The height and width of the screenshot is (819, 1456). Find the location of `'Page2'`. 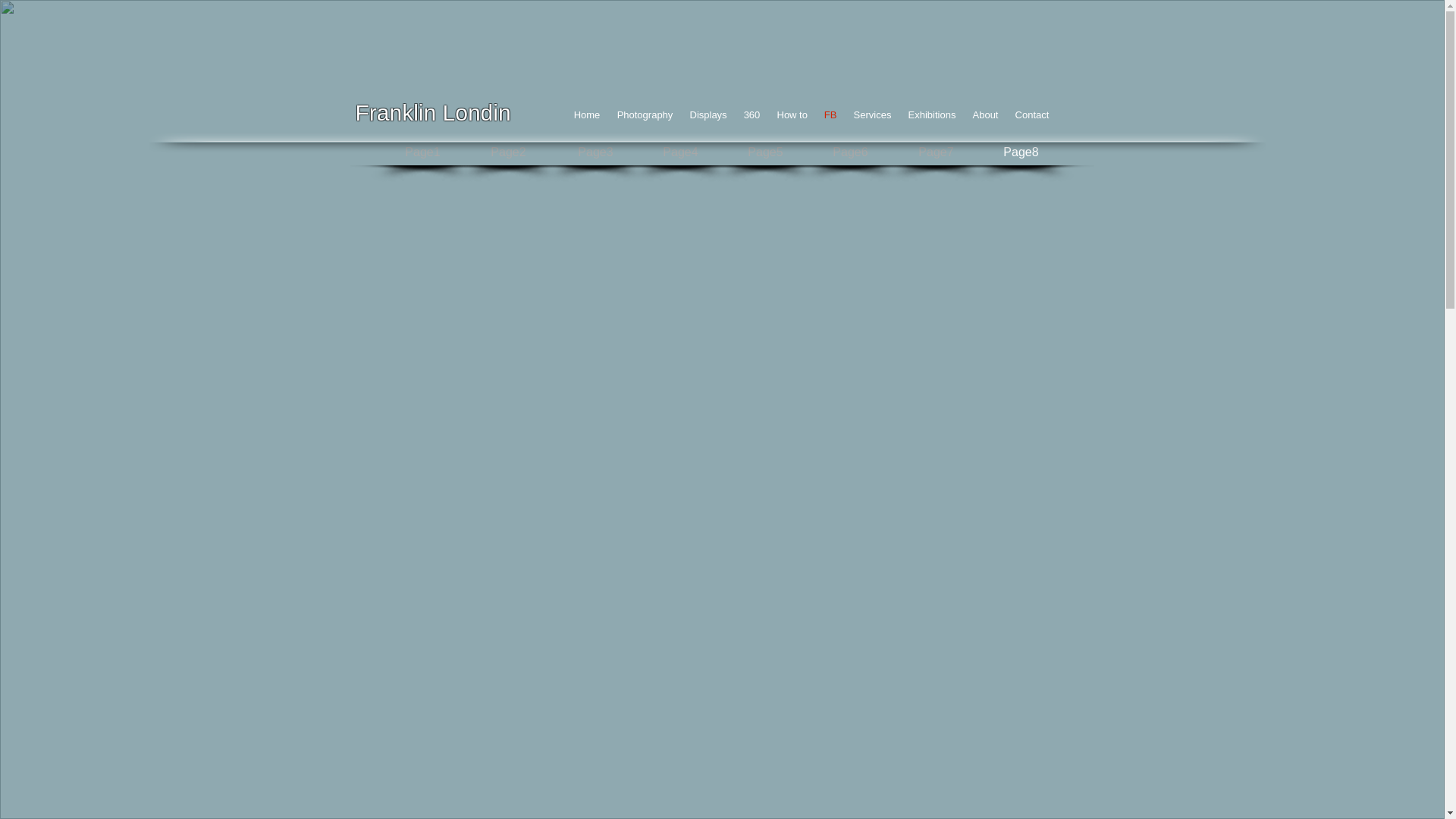

'Page2' is located at coordinates (509, 152).